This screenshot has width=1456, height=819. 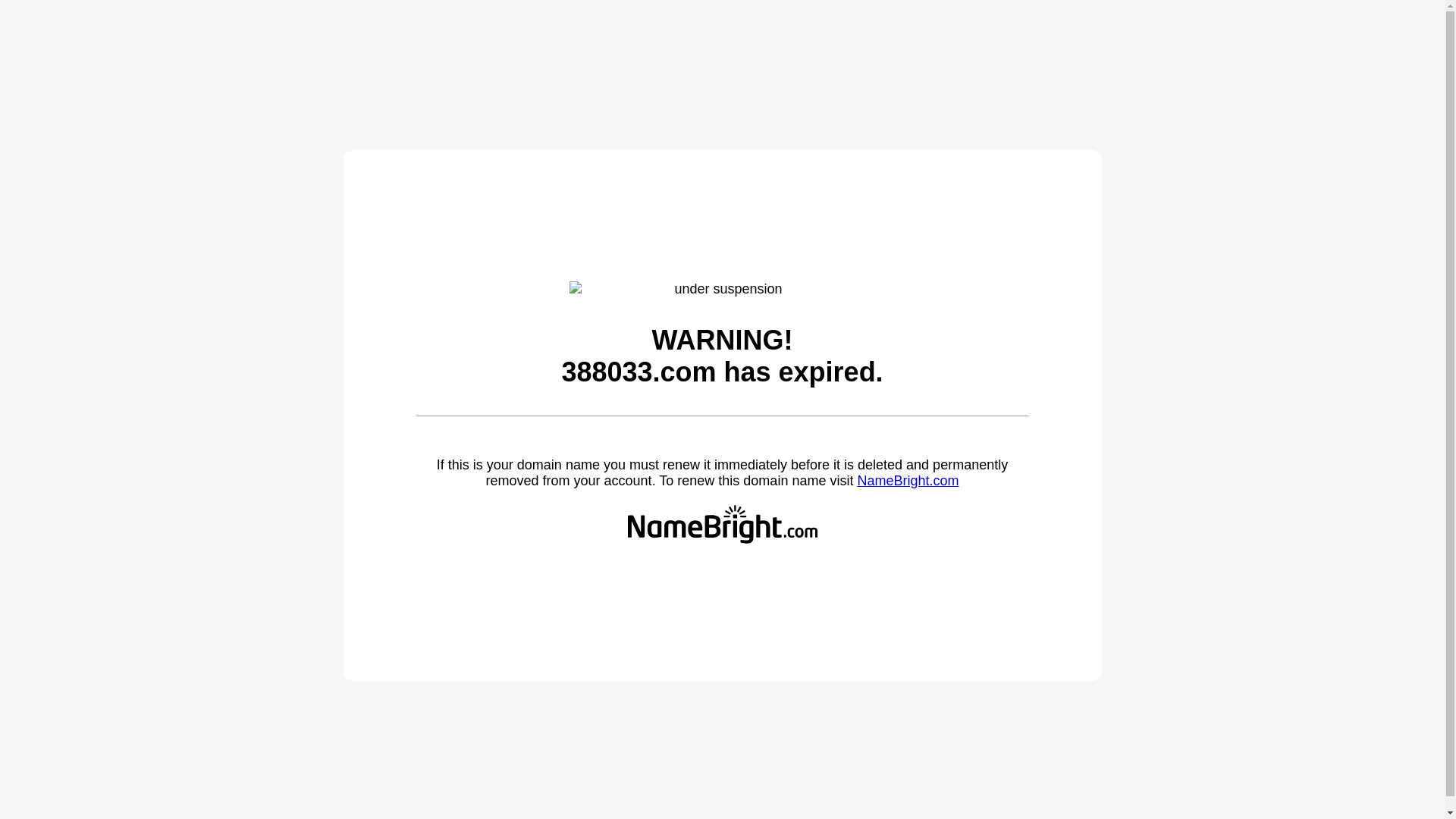 What do you see at coordinates (907, 480) in the screenshot?
I see `'NameBright.com'` at bounding box center [907, 480].